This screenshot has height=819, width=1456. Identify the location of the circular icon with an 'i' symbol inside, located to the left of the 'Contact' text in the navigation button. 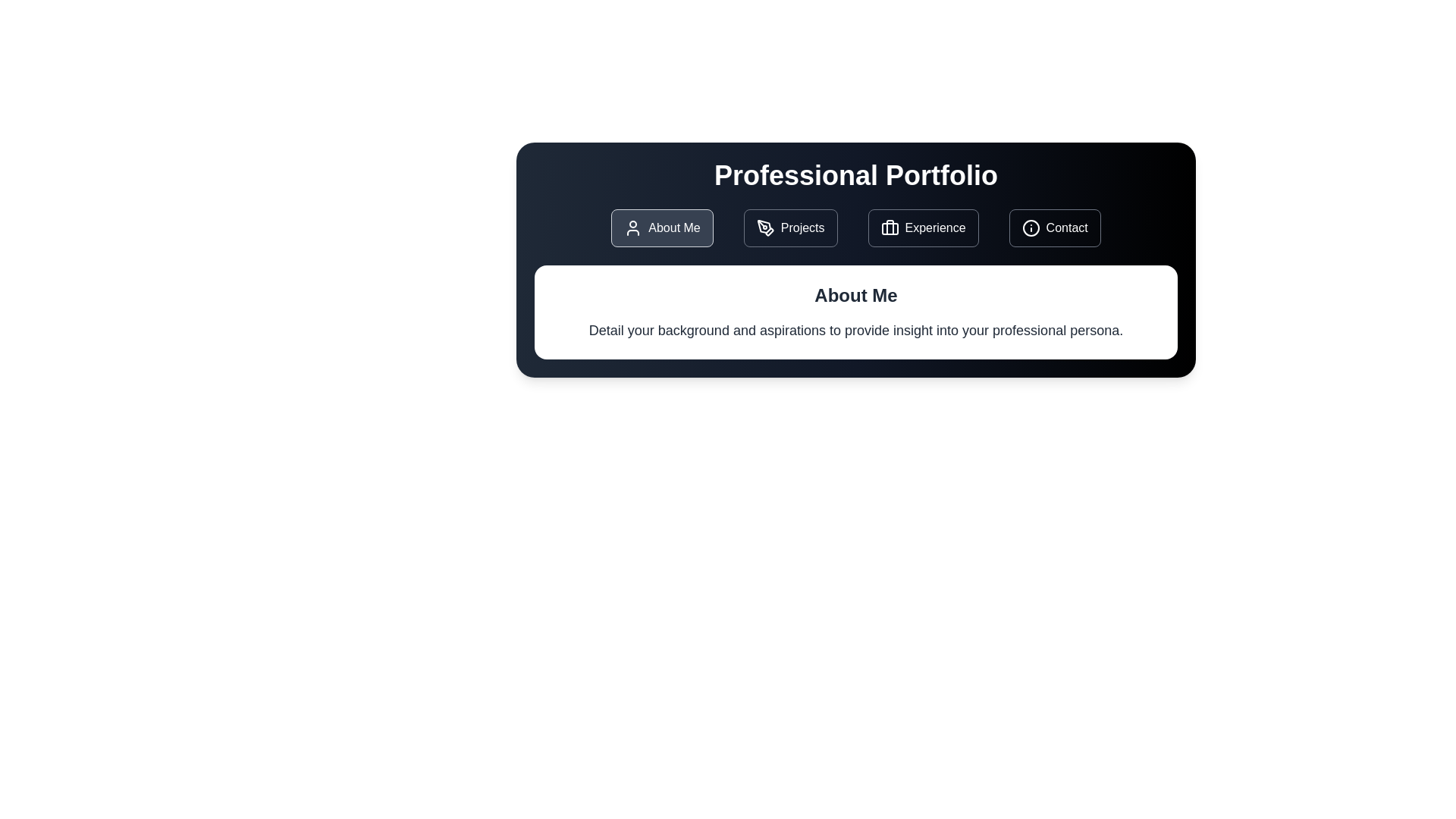
(1031, 227).